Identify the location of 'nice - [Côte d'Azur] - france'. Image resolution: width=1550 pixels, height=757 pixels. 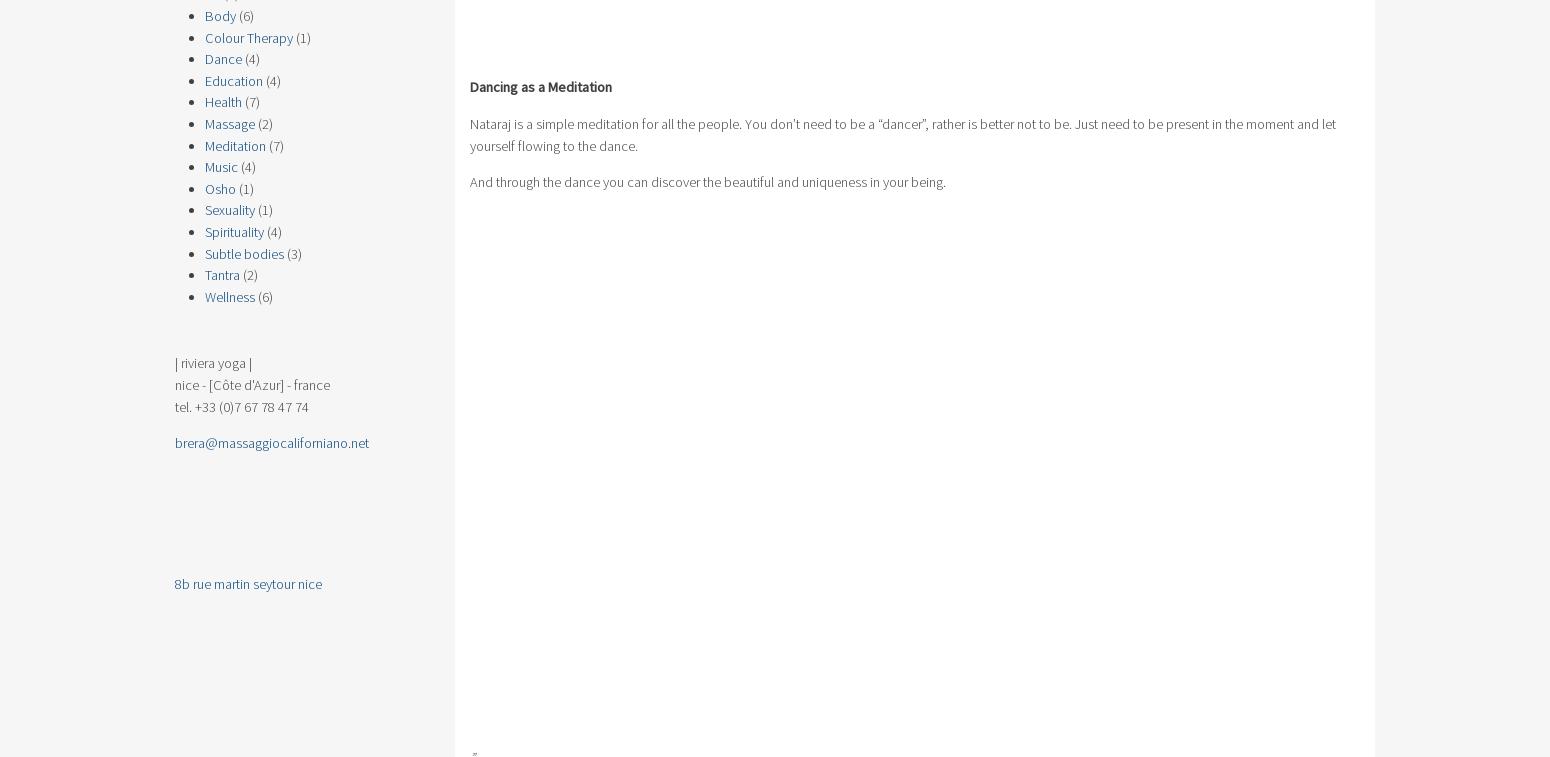
(252, 385).